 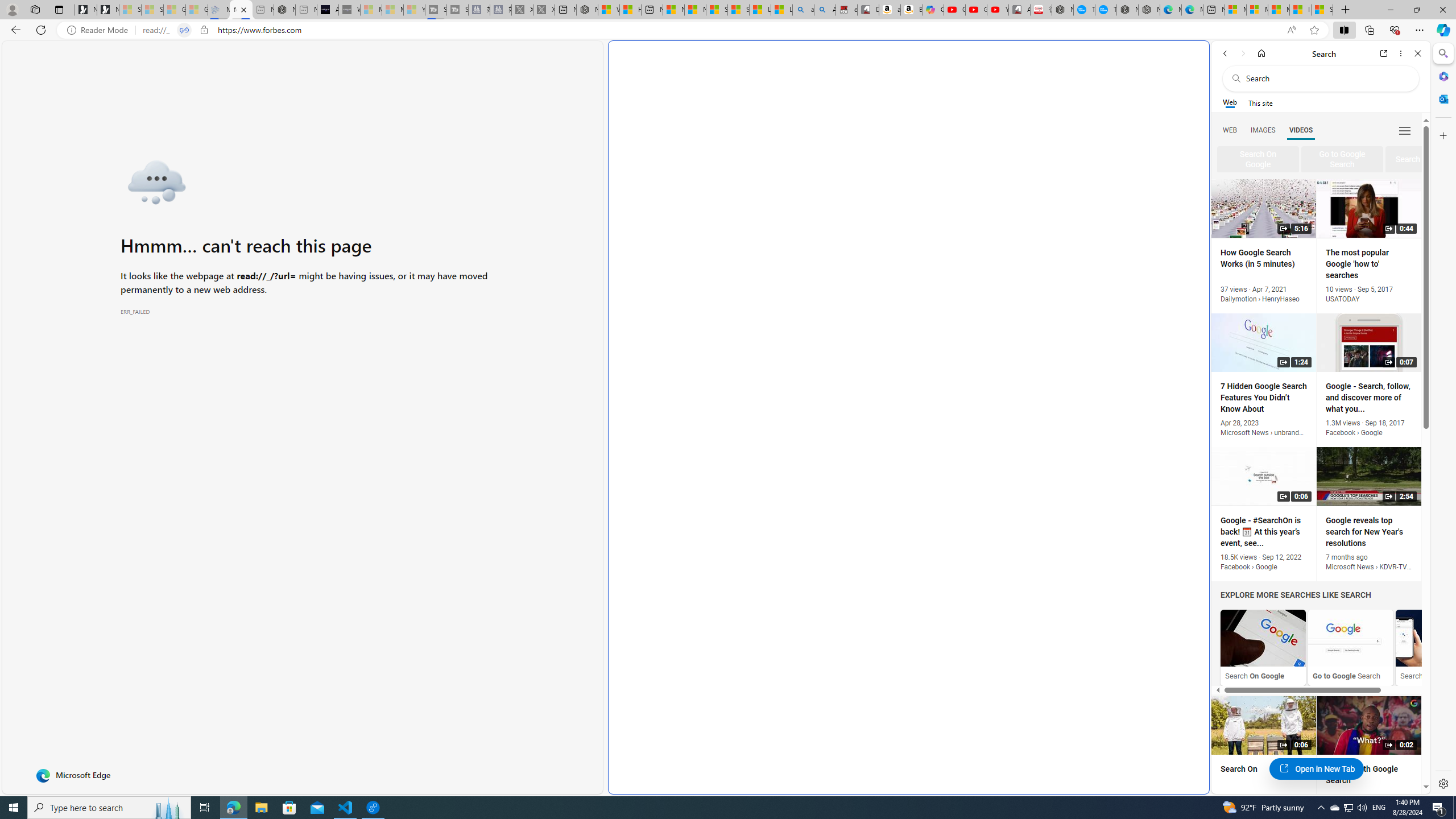 What do you see at coordinates (1443, 418) in the screenshot?
I see `'Side bar'` at bounding box center [1443, 418].